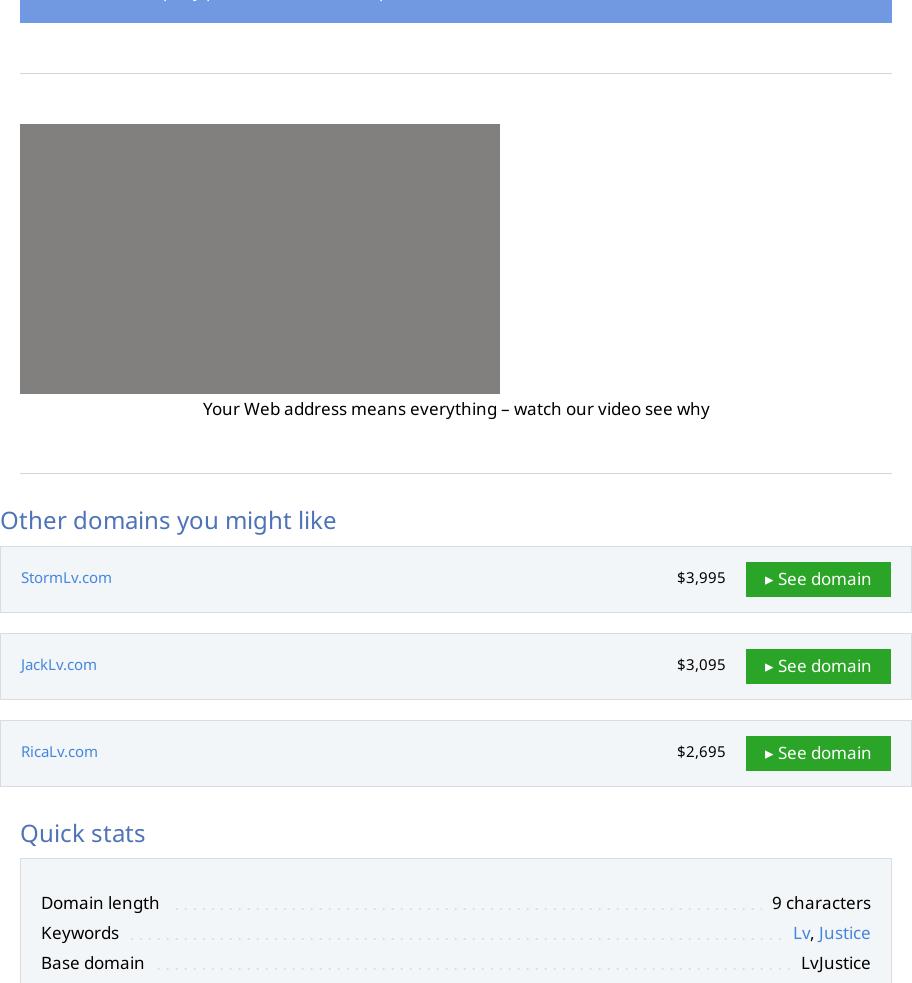 The image size is (912, 983). I want to click on 'StormLv.com', so click(65, 576).